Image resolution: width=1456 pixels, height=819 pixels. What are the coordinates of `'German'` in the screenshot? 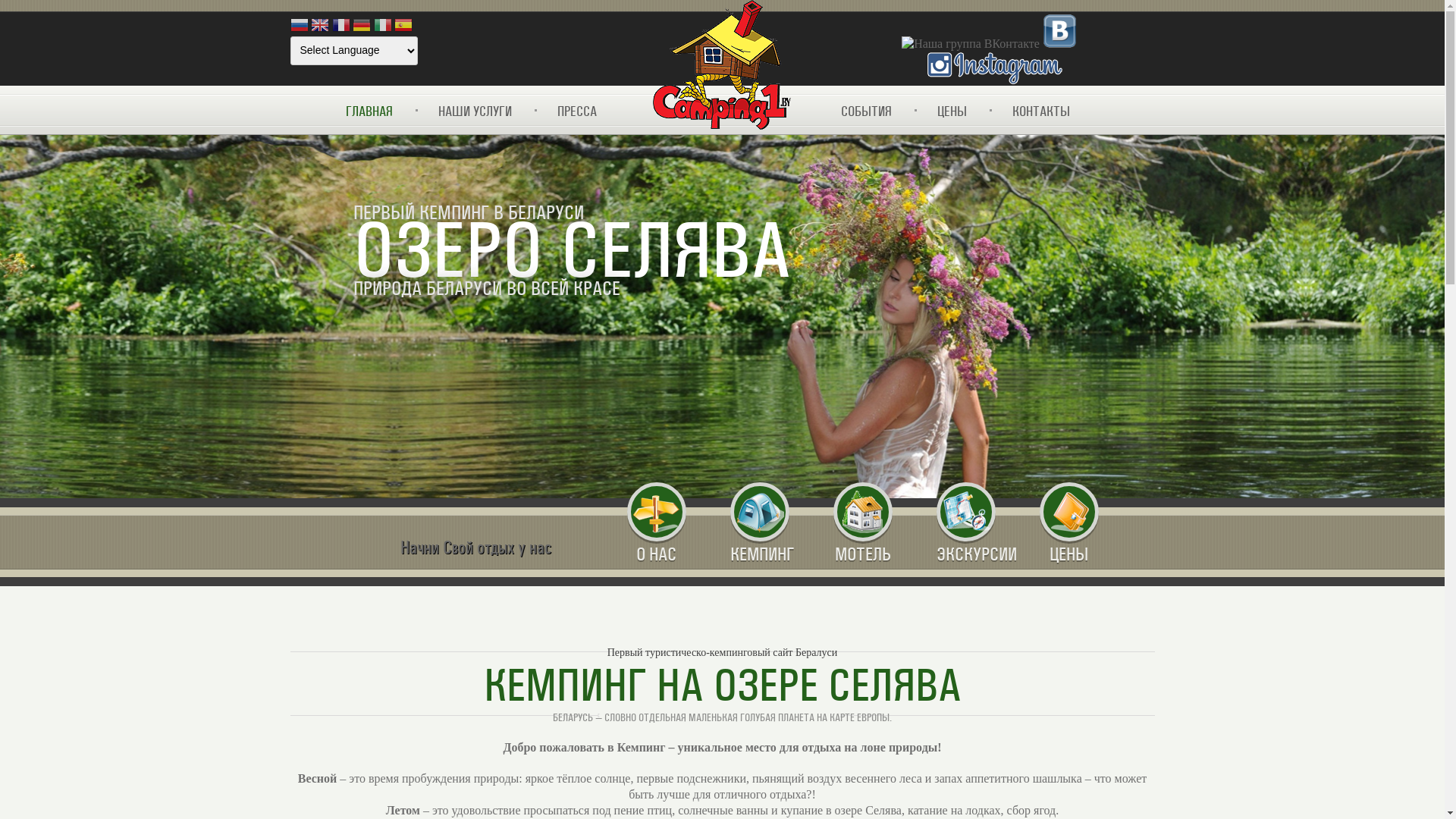 It's located at (352, 26).